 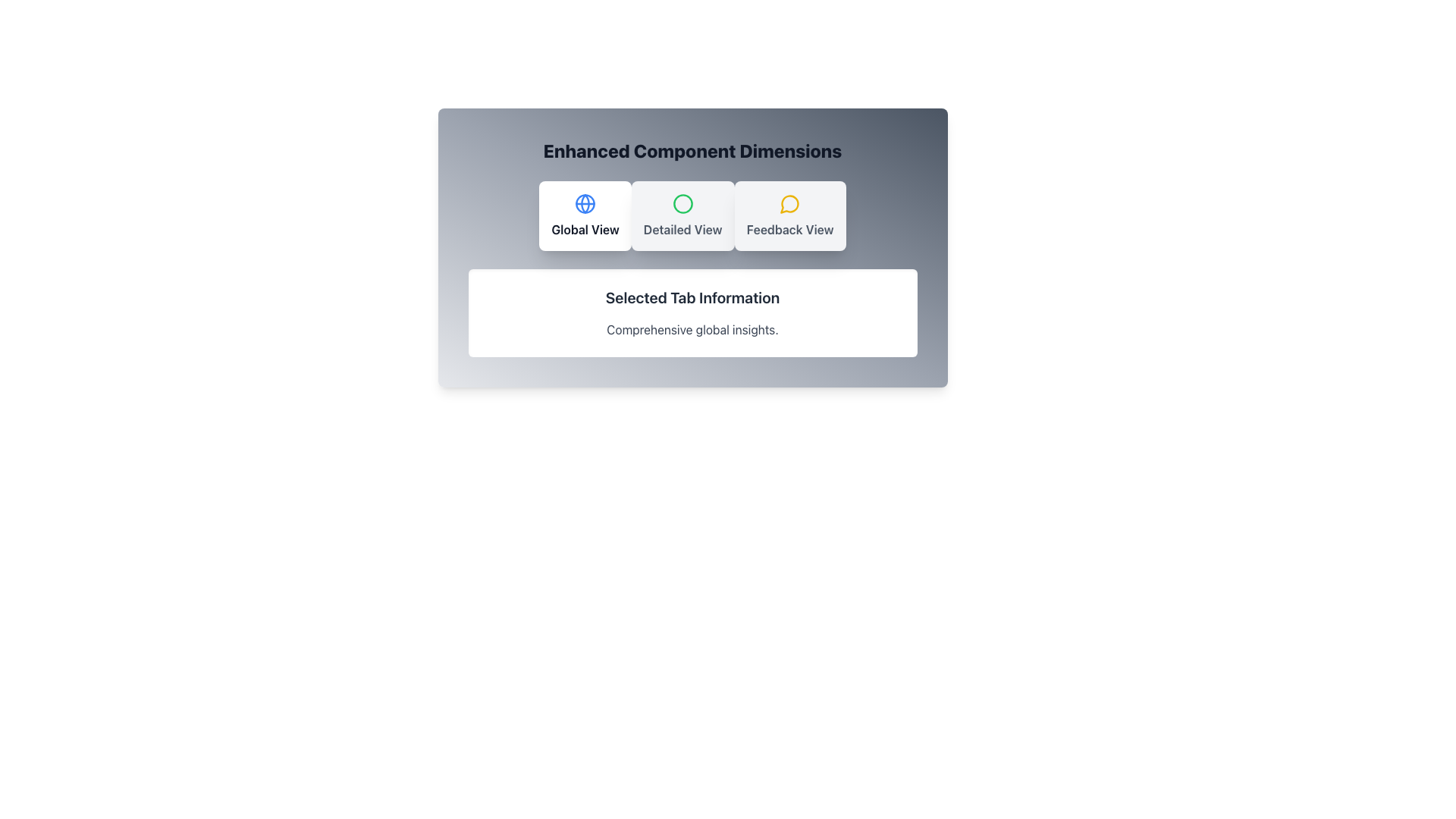 I want to click on the SVG circle representing the 'Detailed View' option, which is centrally located in the 'Detailed View' button under 'Enhanced Component Dimensions', so click(x=682, y=203).